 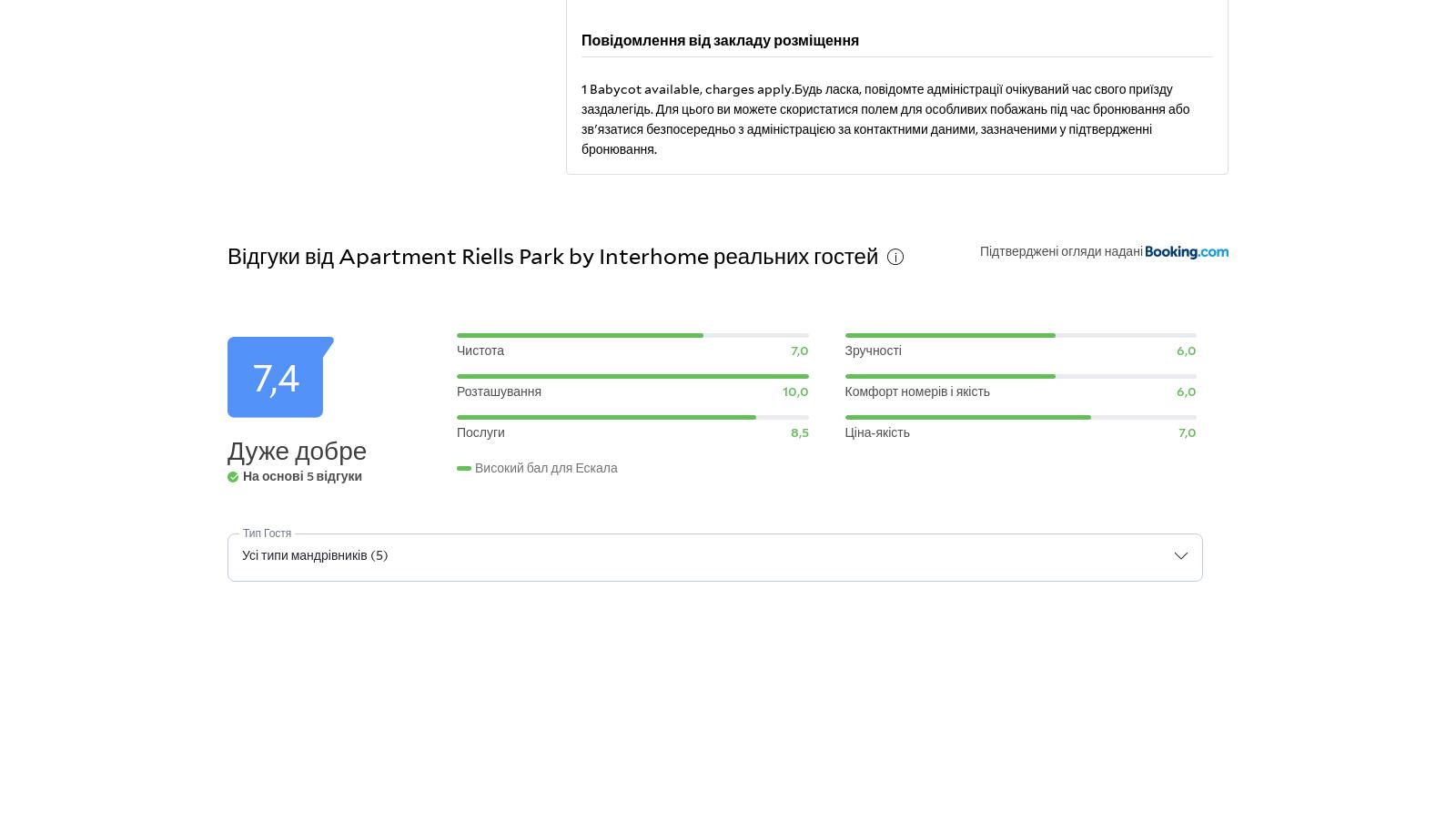 What do you see at coordinates (275, 378) in the screenshot?
I see `'7,4'` at bounding box center [275, 378].